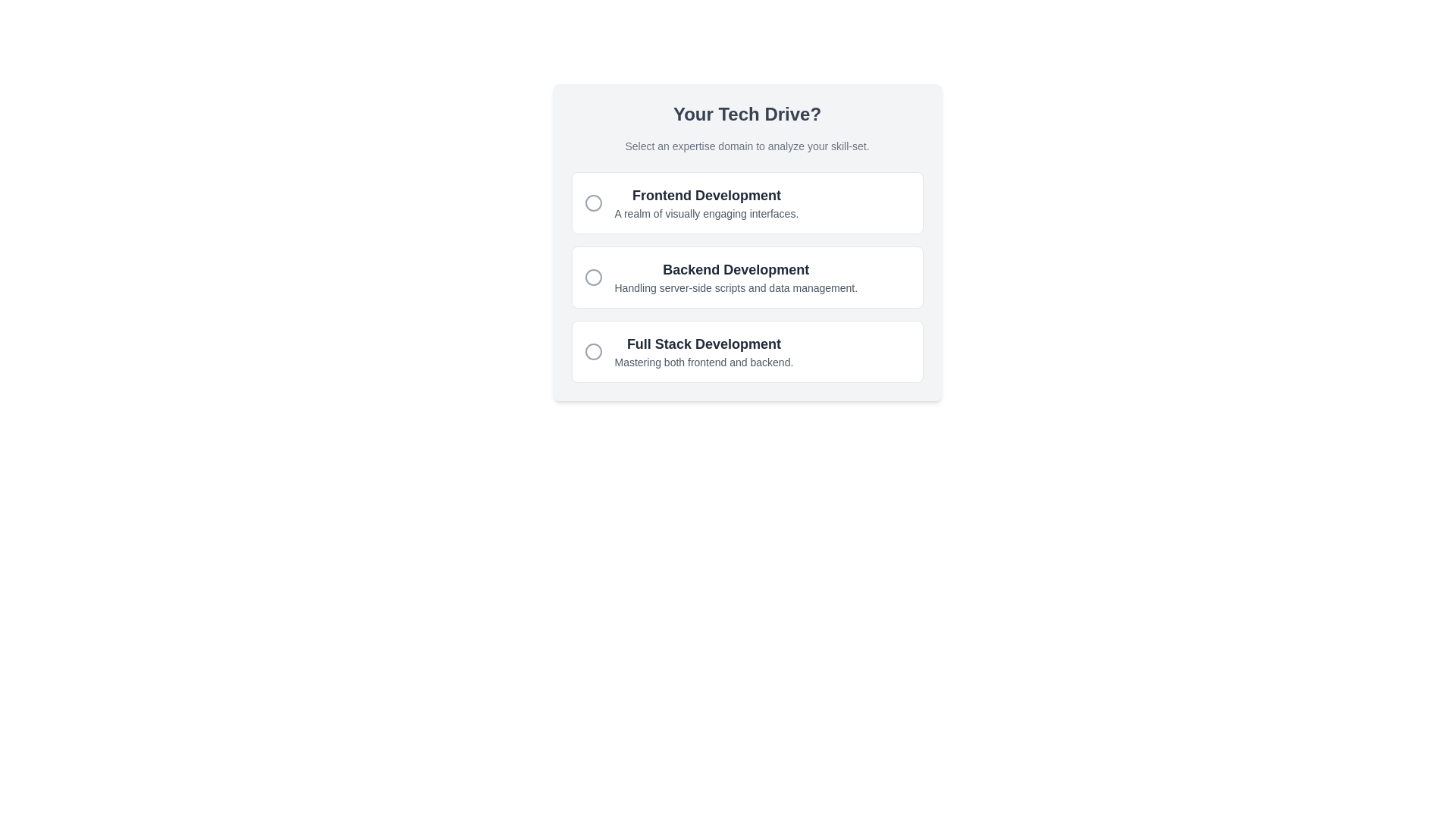 Image resolution: width=1456 pixels, height=819 pixels. Describe the element at coordinates (736, 288) in the screenshot. I see `the text label that reads "Handling server-side scripts and data management." located under the 'Backend Development' heading` at that location.